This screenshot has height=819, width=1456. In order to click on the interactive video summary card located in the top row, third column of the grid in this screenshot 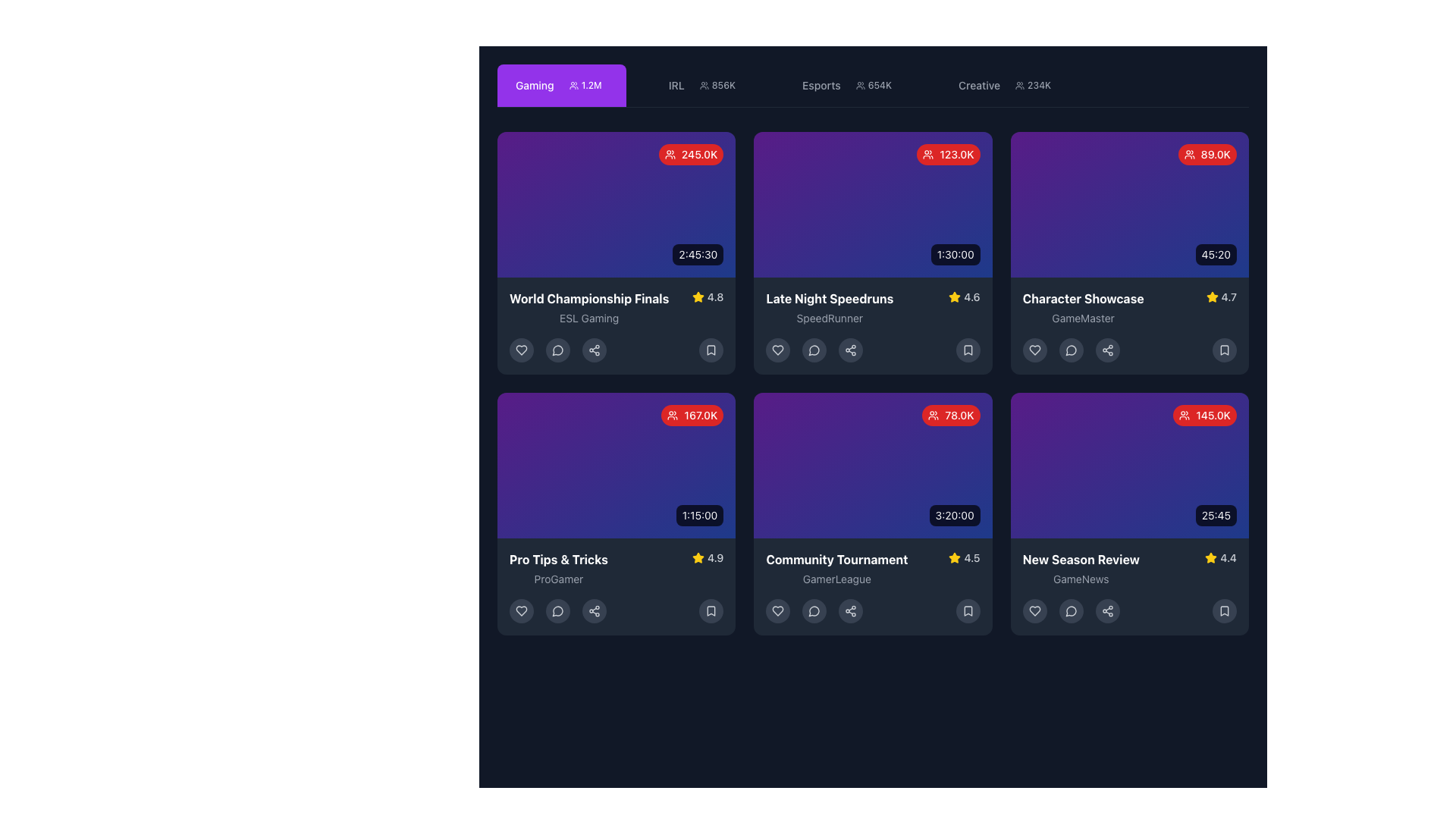, I will do `click(1129, 253)`.